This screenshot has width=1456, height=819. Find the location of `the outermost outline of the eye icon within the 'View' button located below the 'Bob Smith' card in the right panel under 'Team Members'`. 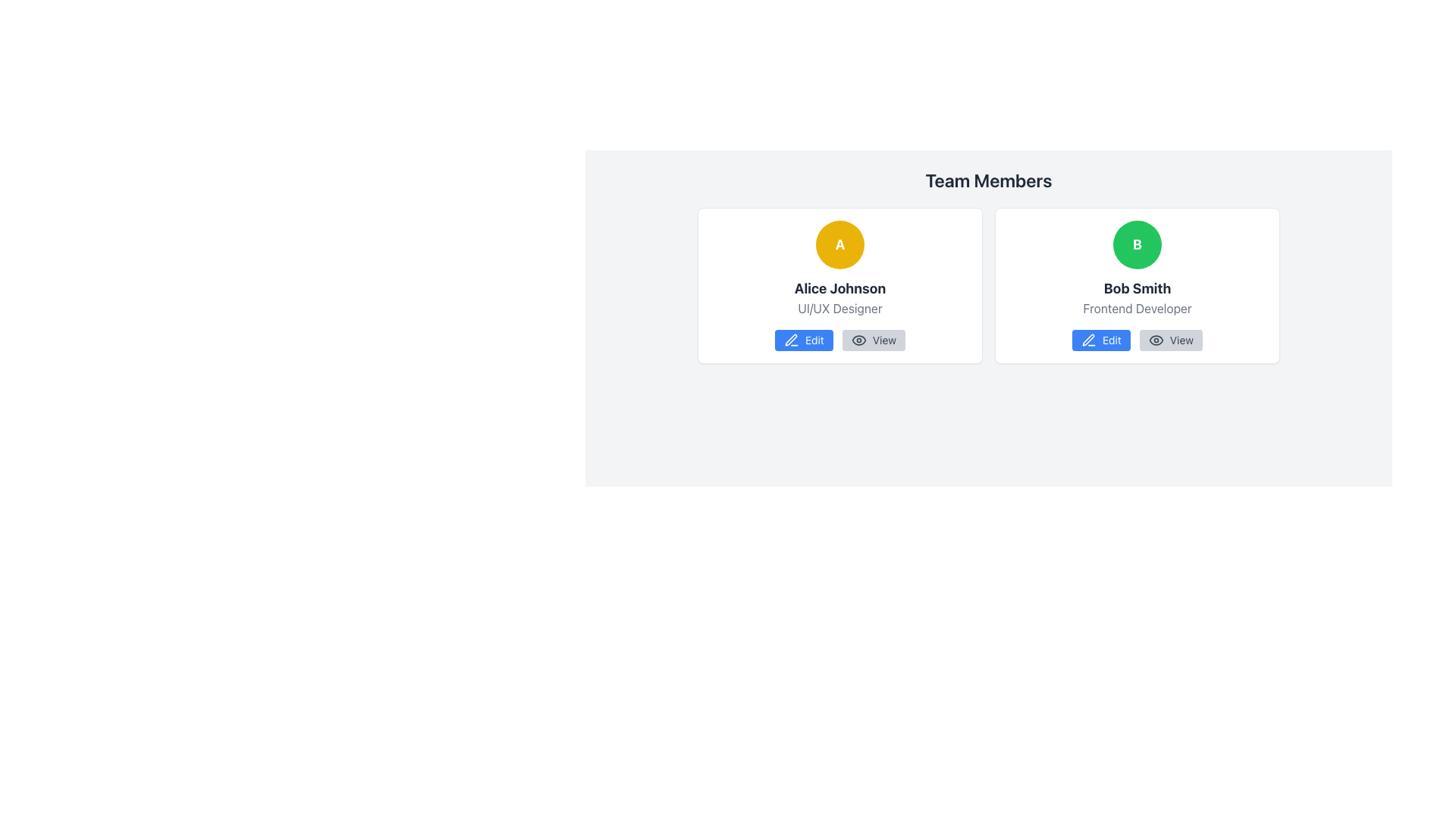

the outermost outline of the eye icon within the 'View' button located below the 'Bob Smith' card in the right panel under 'Team Members' is located at coordinates (1155, 339).